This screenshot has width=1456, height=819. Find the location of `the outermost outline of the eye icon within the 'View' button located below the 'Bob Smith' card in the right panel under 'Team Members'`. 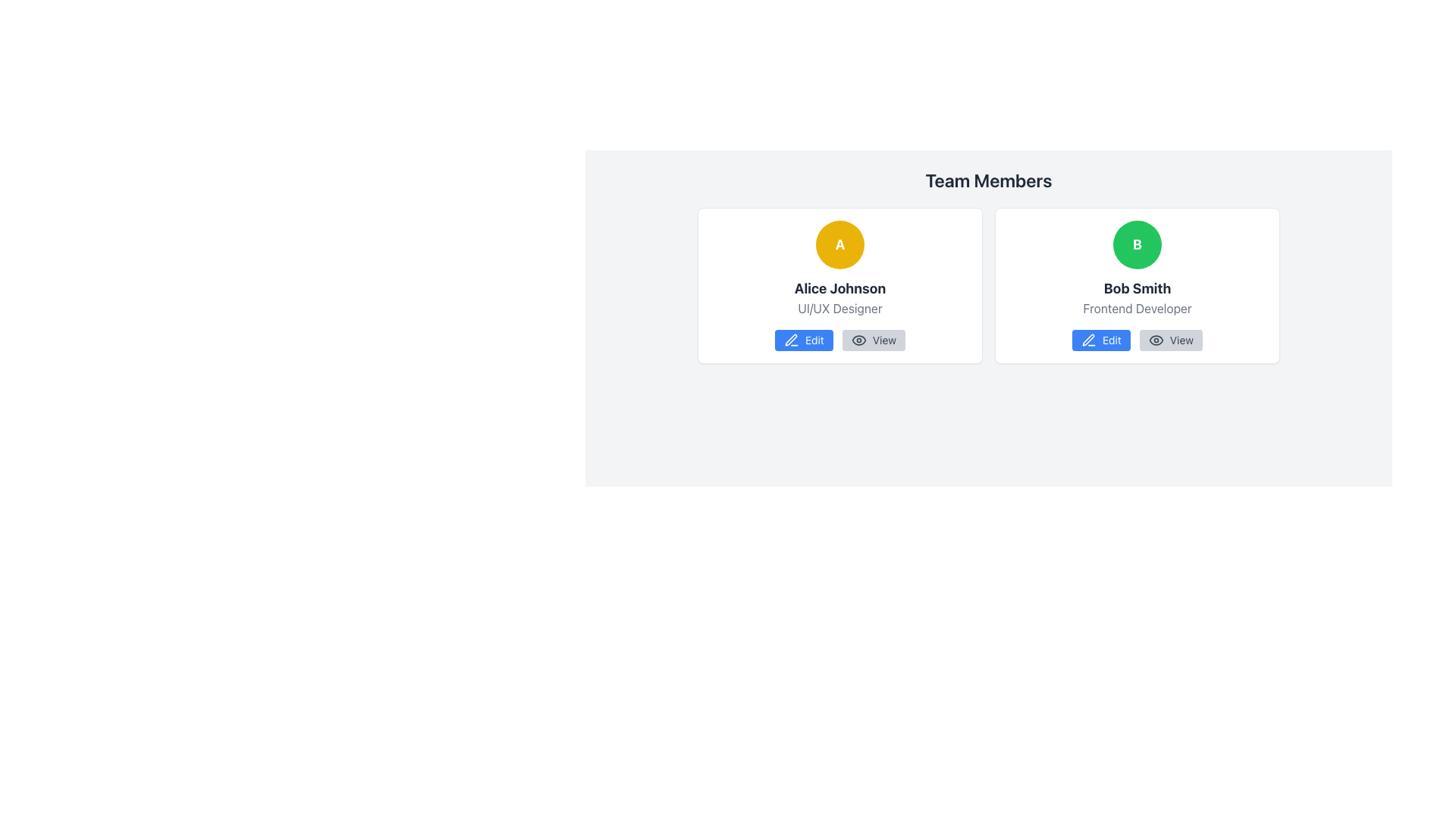

the outermost outline of the eye icon within the 'View' button located below the 'Bob Smith' card in the right panel under 'Team Members' is located at coordinates (1155, 339).